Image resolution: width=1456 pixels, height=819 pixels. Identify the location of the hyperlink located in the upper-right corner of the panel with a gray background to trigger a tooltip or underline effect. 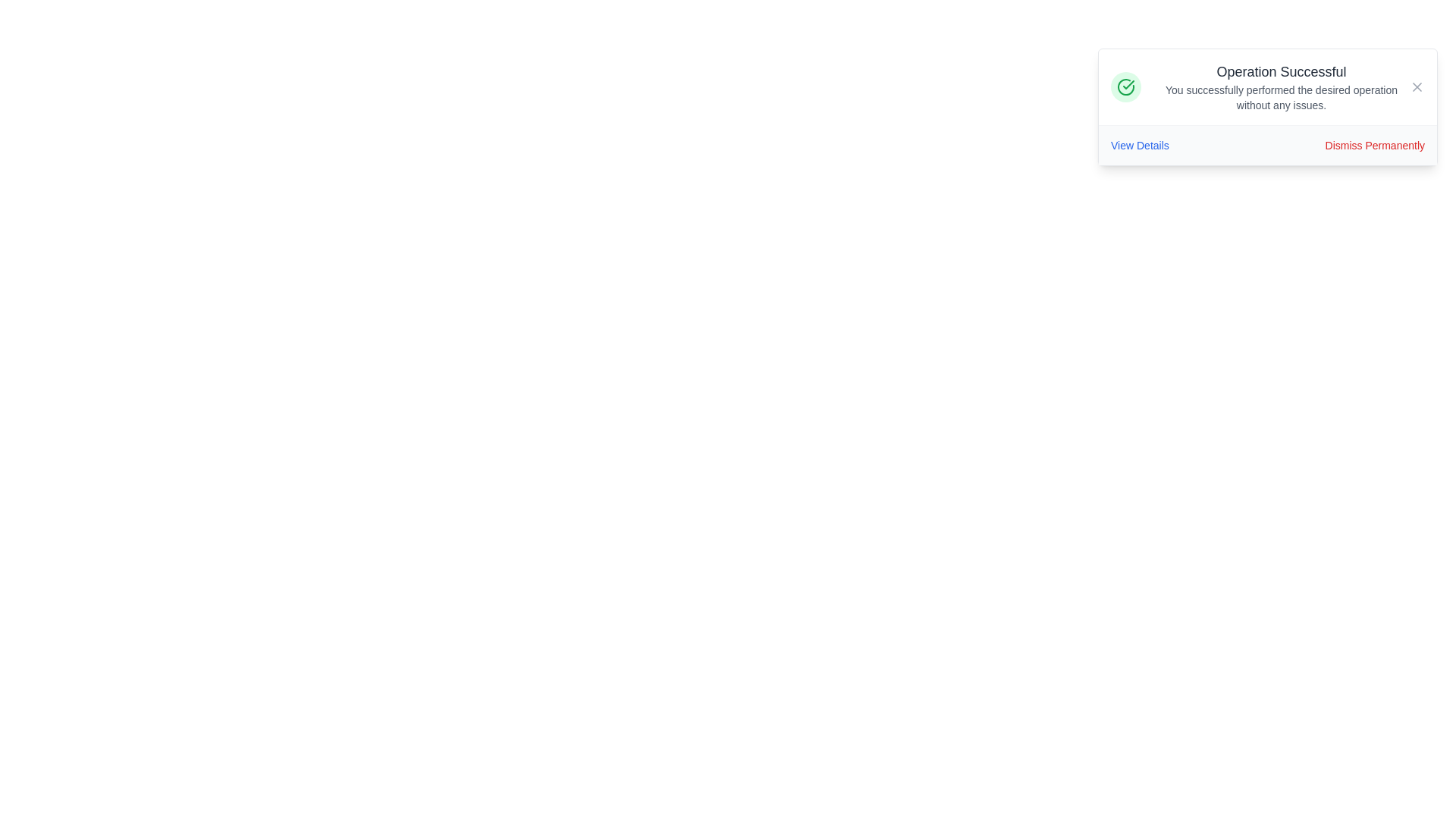
(1140, 146).